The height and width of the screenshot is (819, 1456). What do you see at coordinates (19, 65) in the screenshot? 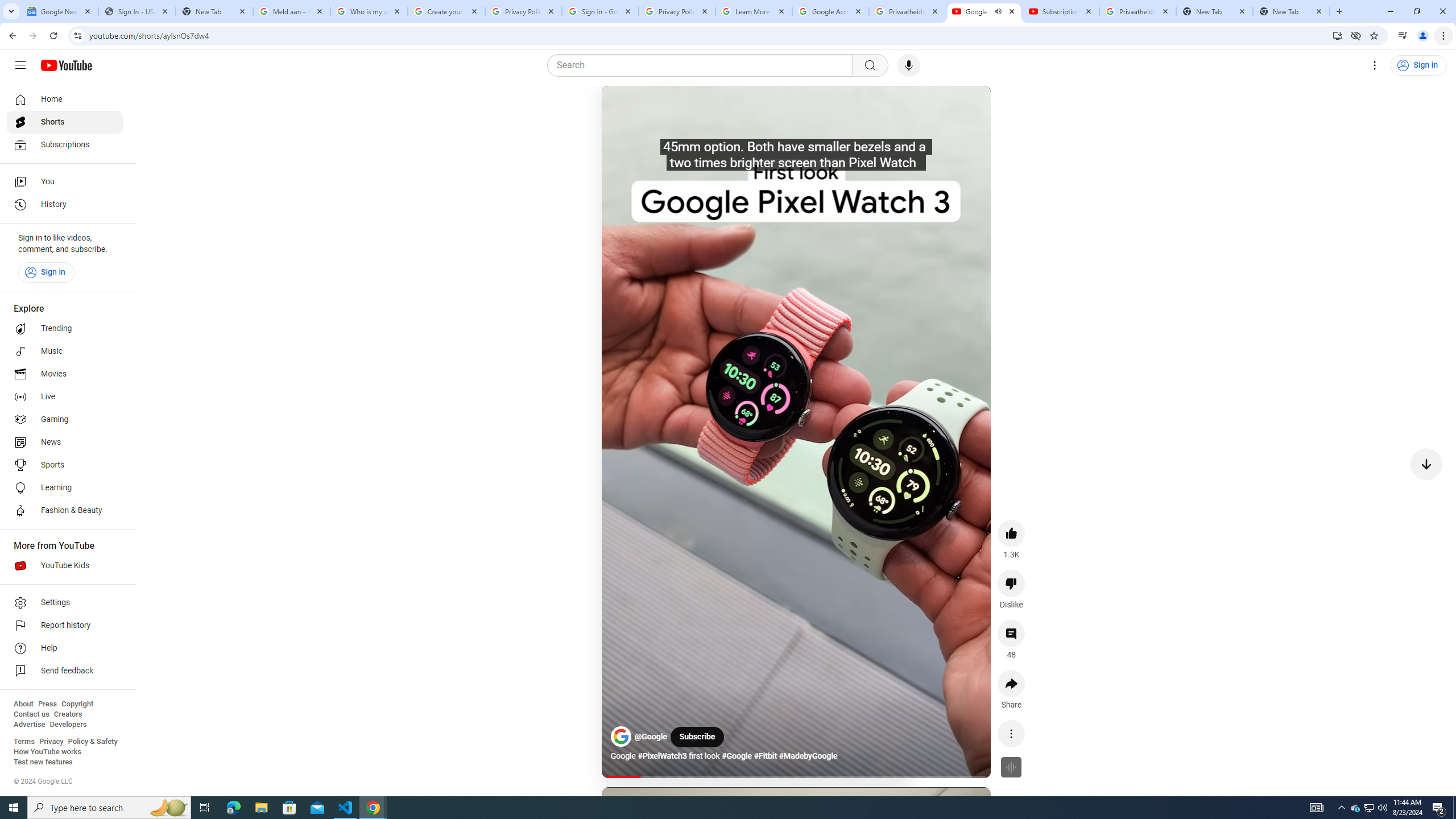
I see `'Guide'` at bounding box center [19, 65].